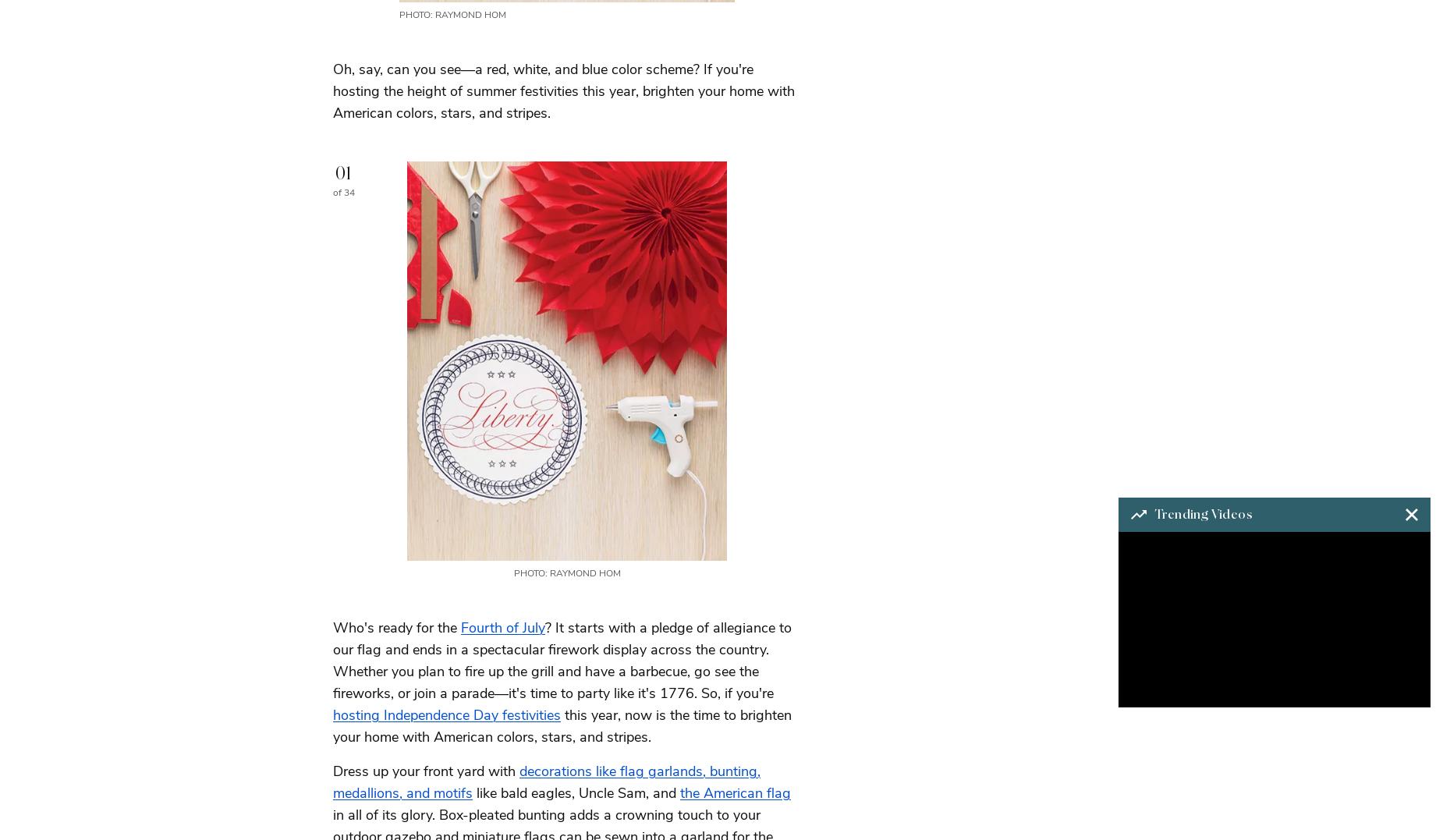  Describe the element at coordinates (343, 191) in the screenshot. I see `'of 34'` at that location.